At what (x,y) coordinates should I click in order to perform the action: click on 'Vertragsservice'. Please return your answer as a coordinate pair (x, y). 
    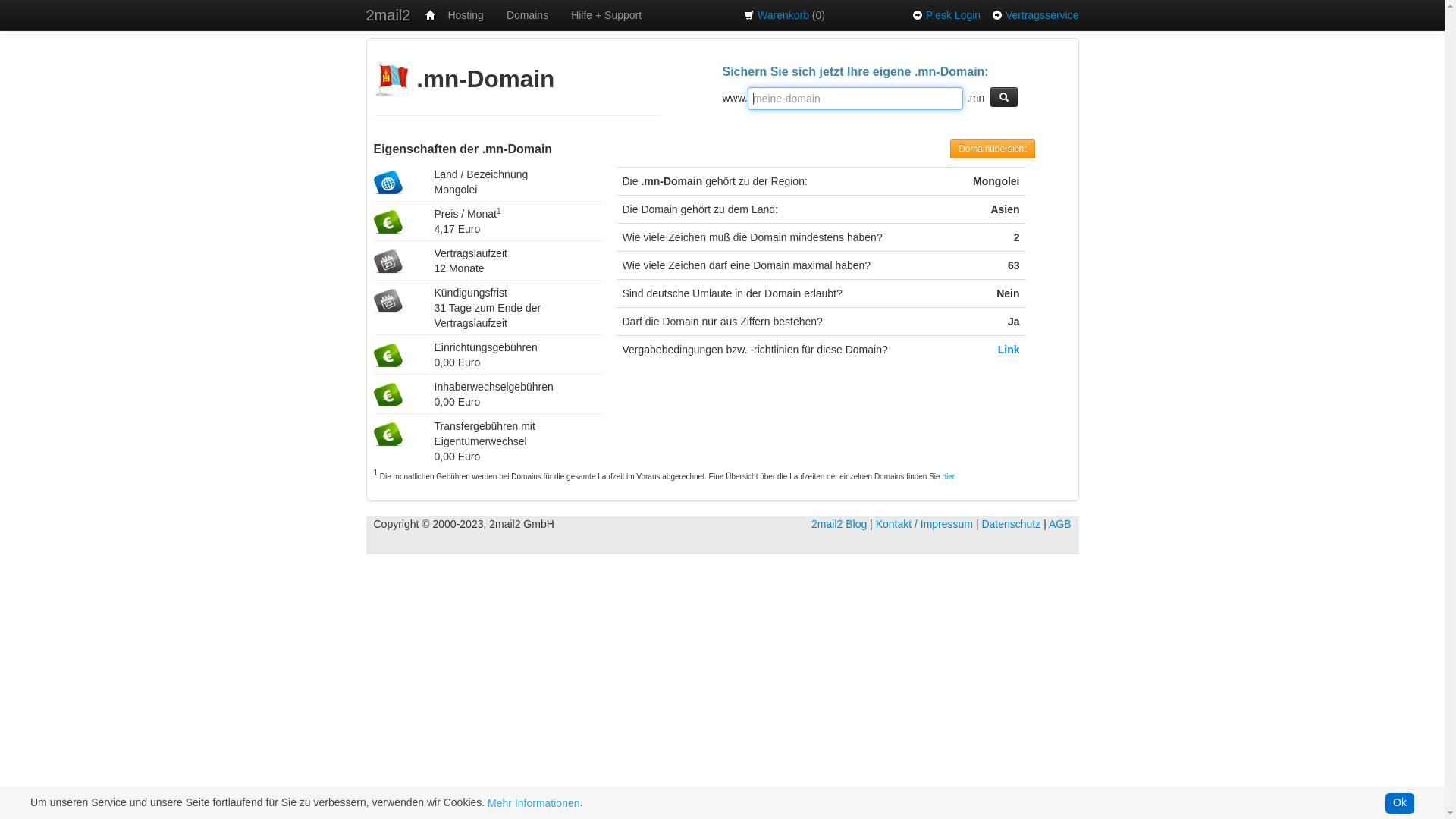
    Looking at the image, I should click on (1040, 14).